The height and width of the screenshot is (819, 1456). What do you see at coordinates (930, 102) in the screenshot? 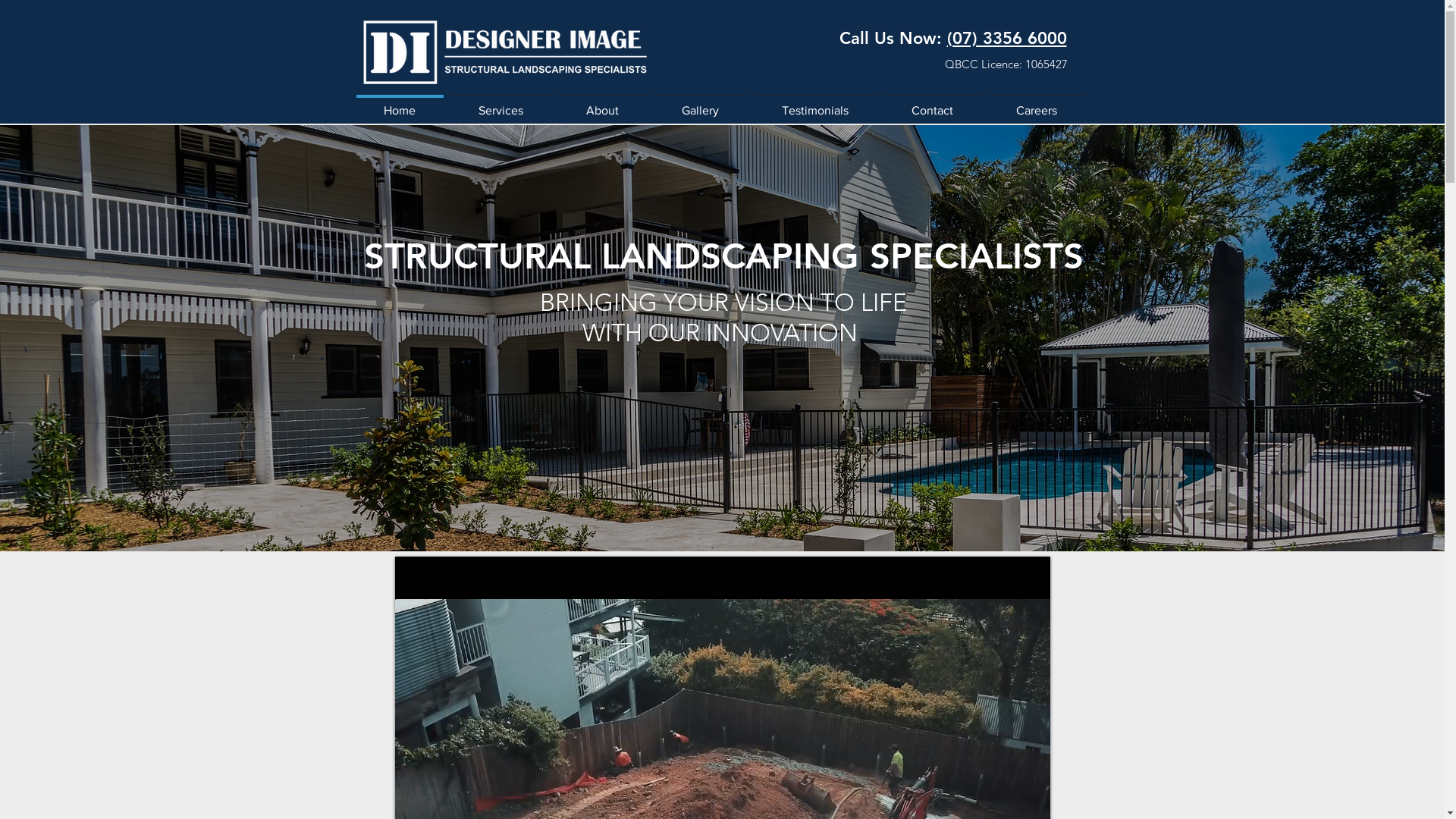
I see `'Contact'` at bounding box center [930, 102].